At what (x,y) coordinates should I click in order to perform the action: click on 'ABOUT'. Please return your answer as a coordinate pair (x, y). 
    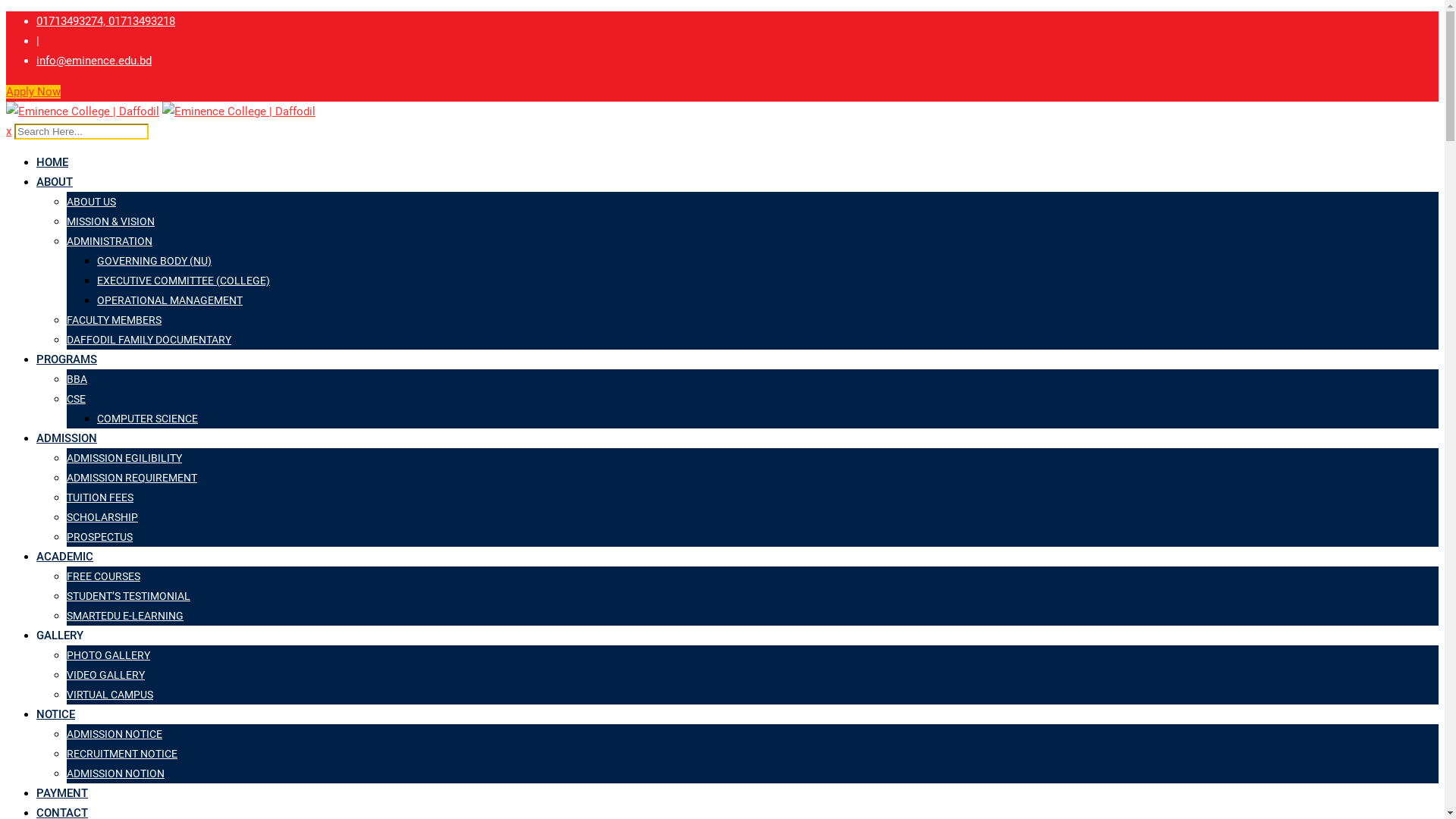
    Looking at the image, I should click on (55, 180).